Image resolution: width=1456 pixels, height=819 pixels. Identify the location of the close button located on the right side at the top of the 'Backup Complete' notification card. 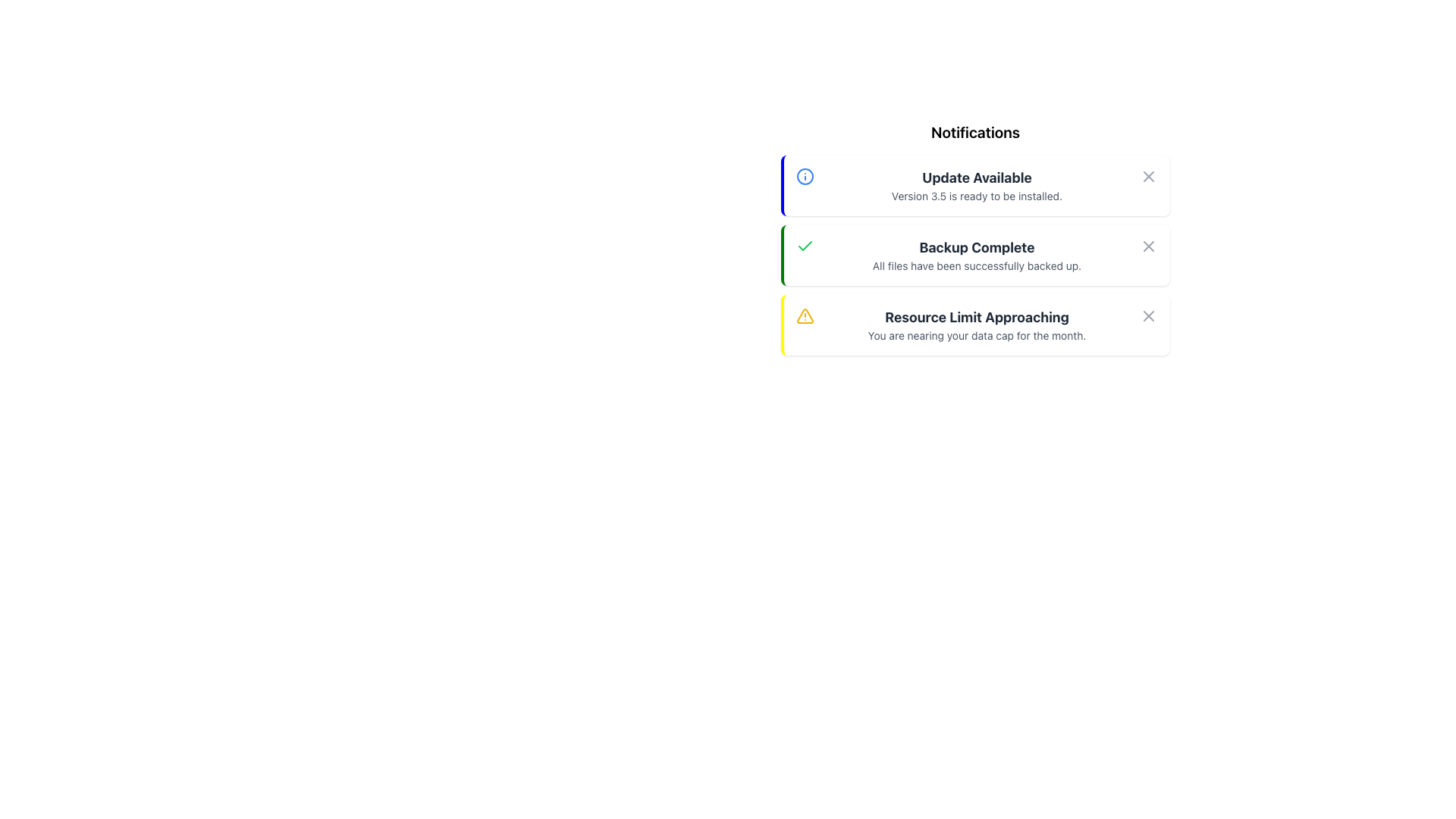
(1149, 245).